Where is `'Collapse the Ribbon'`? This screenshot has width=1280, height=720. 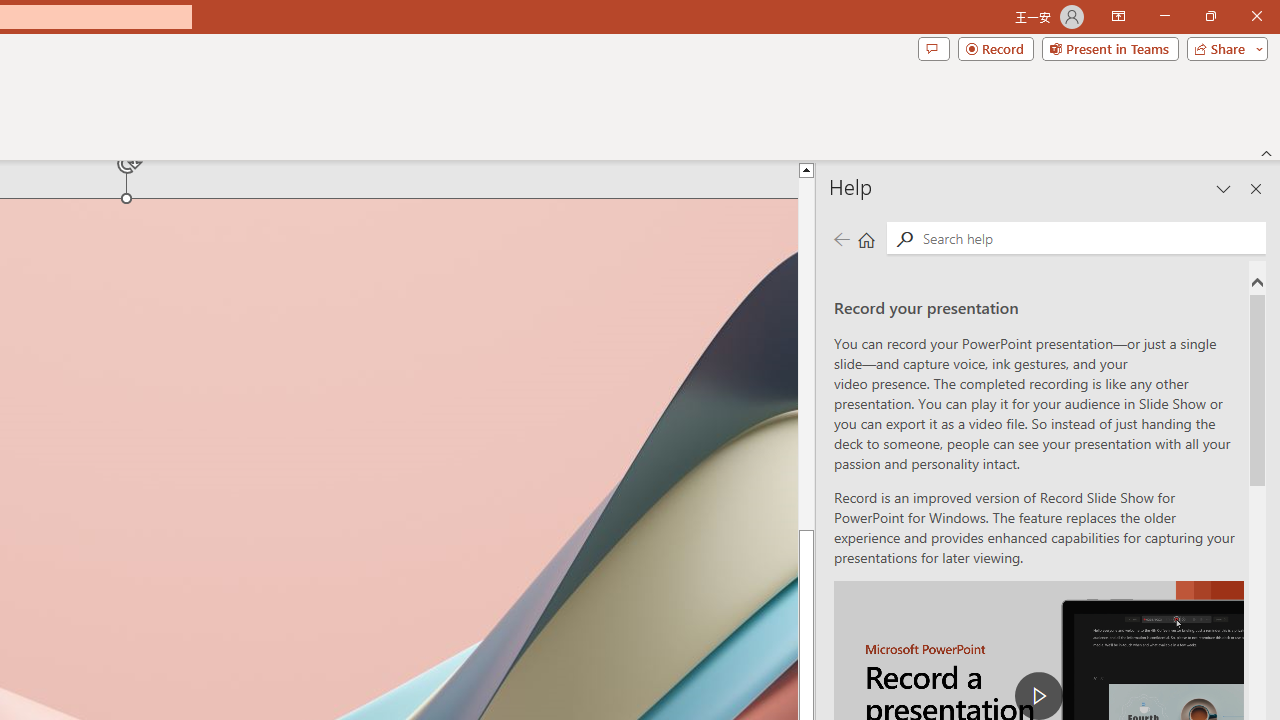 'Collapse the Ribbon' is located at coordinates (1266, 152).